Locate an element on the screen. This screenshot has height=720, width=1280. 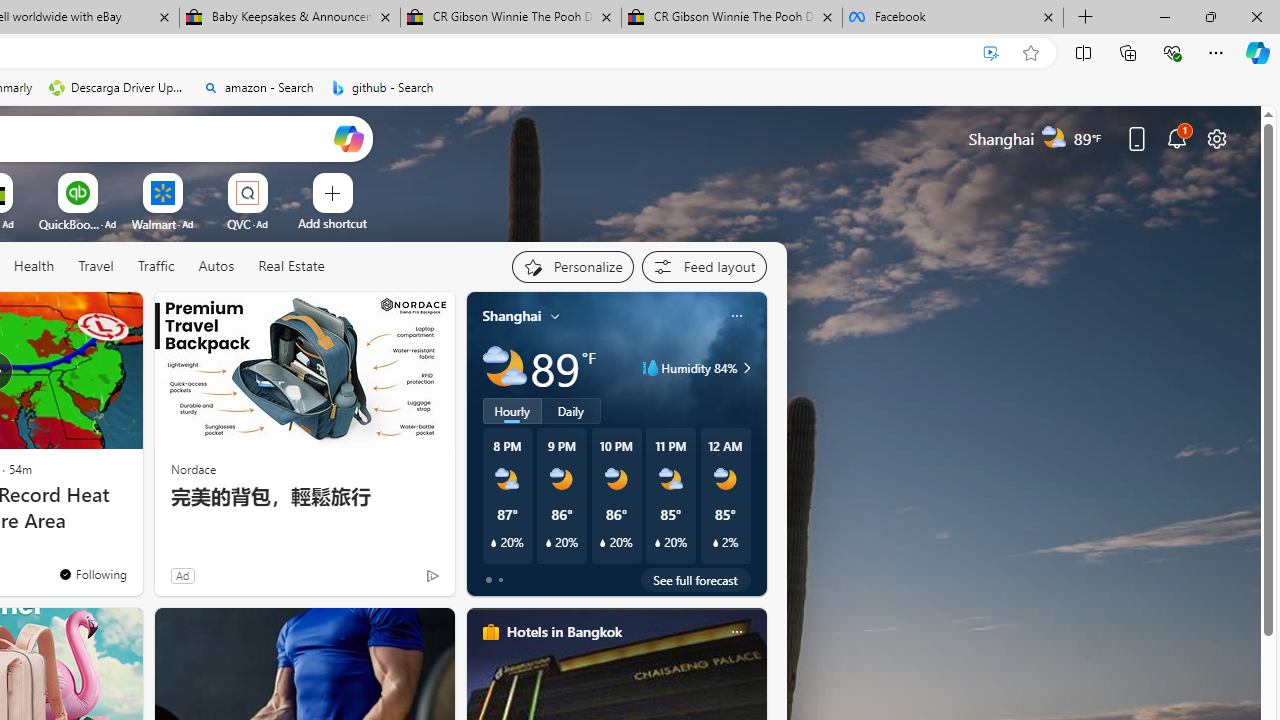
'Autos' is located at coordinates (216, 265).